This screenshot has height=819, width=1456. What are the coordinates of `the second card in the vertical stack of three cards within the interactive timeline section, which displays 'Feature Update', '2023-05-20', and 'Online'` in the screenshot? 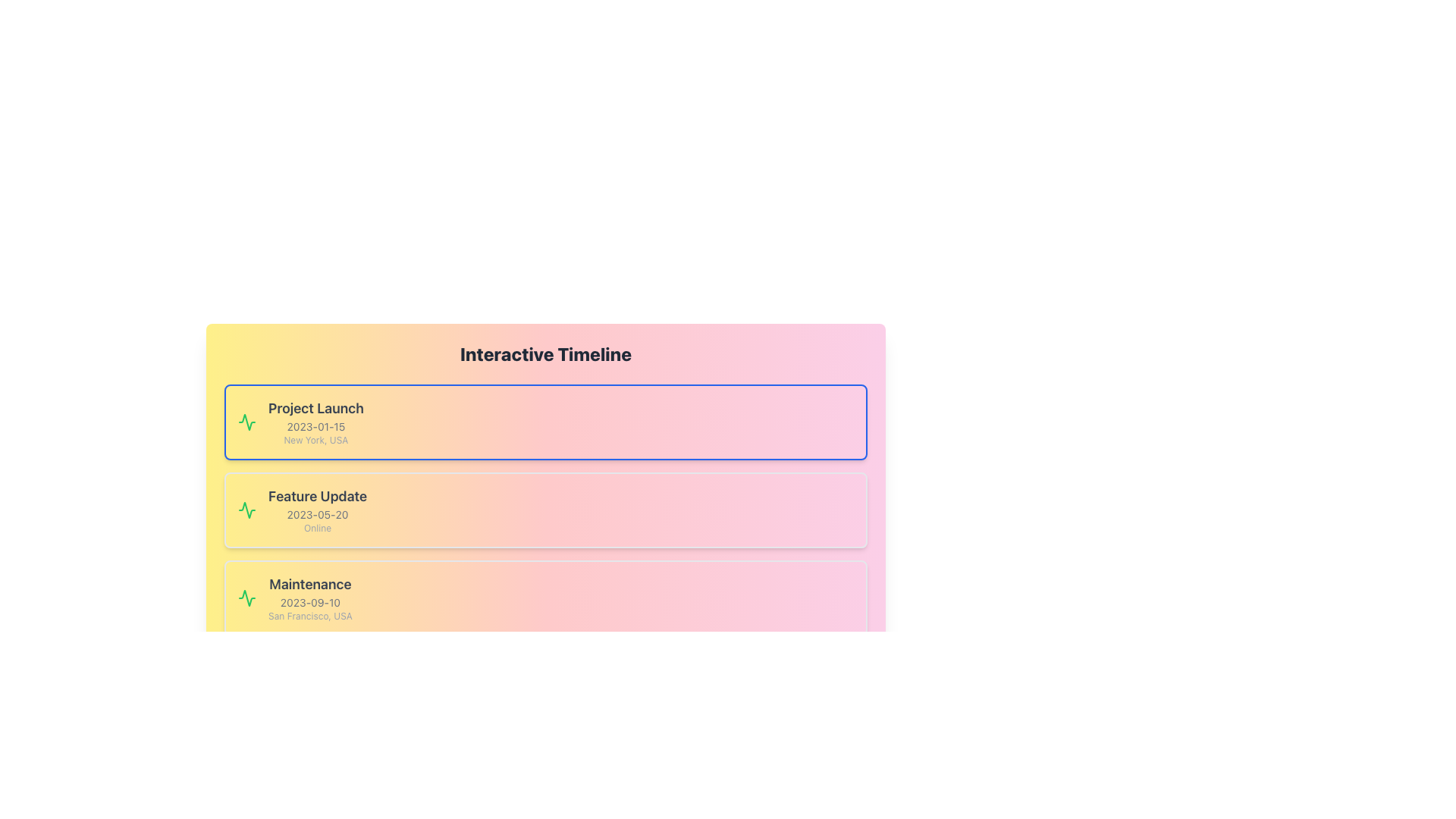 It's located at (546, 510).